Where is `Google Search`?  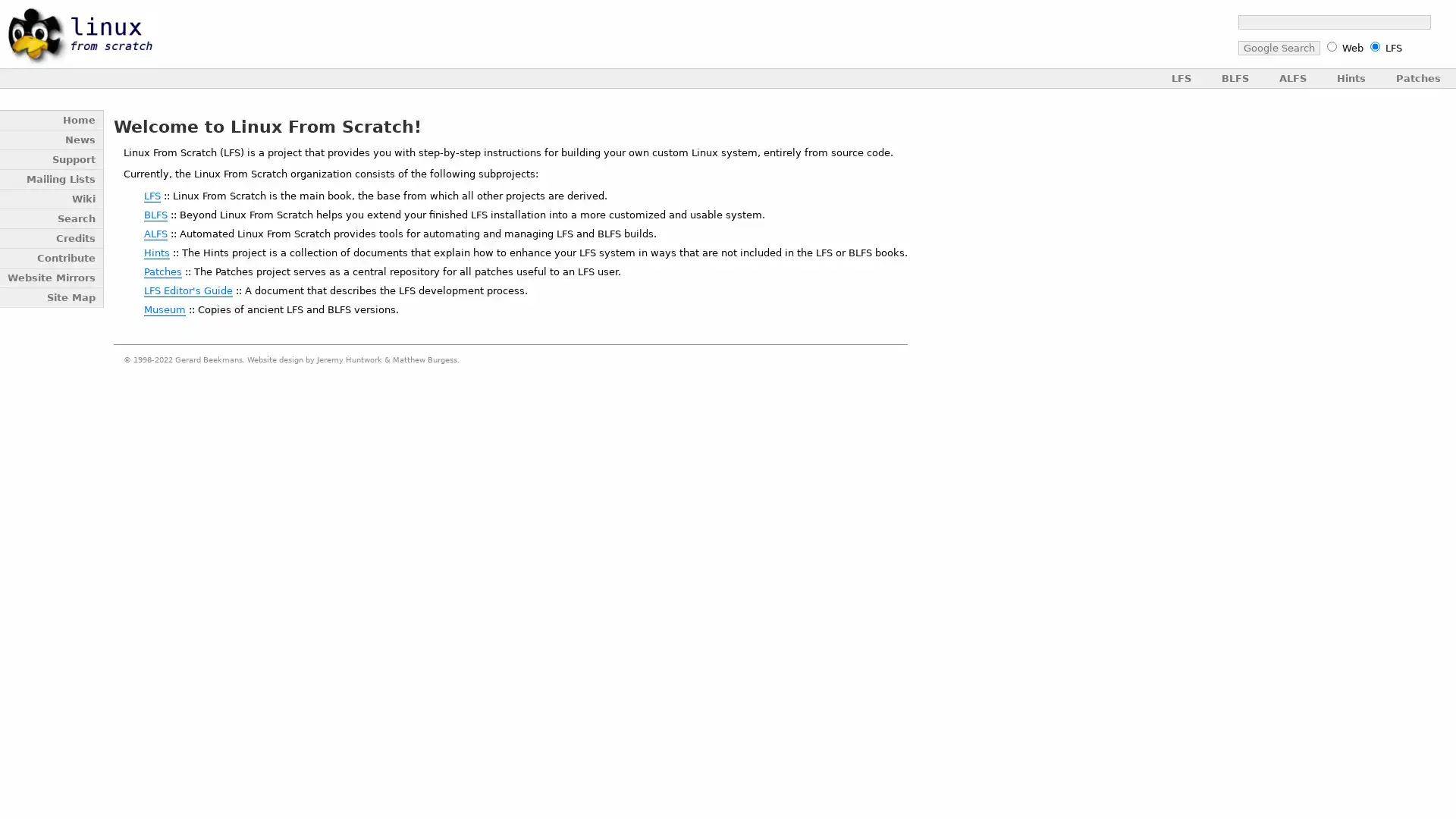
Google Search is located at coordinates (1277, 47).